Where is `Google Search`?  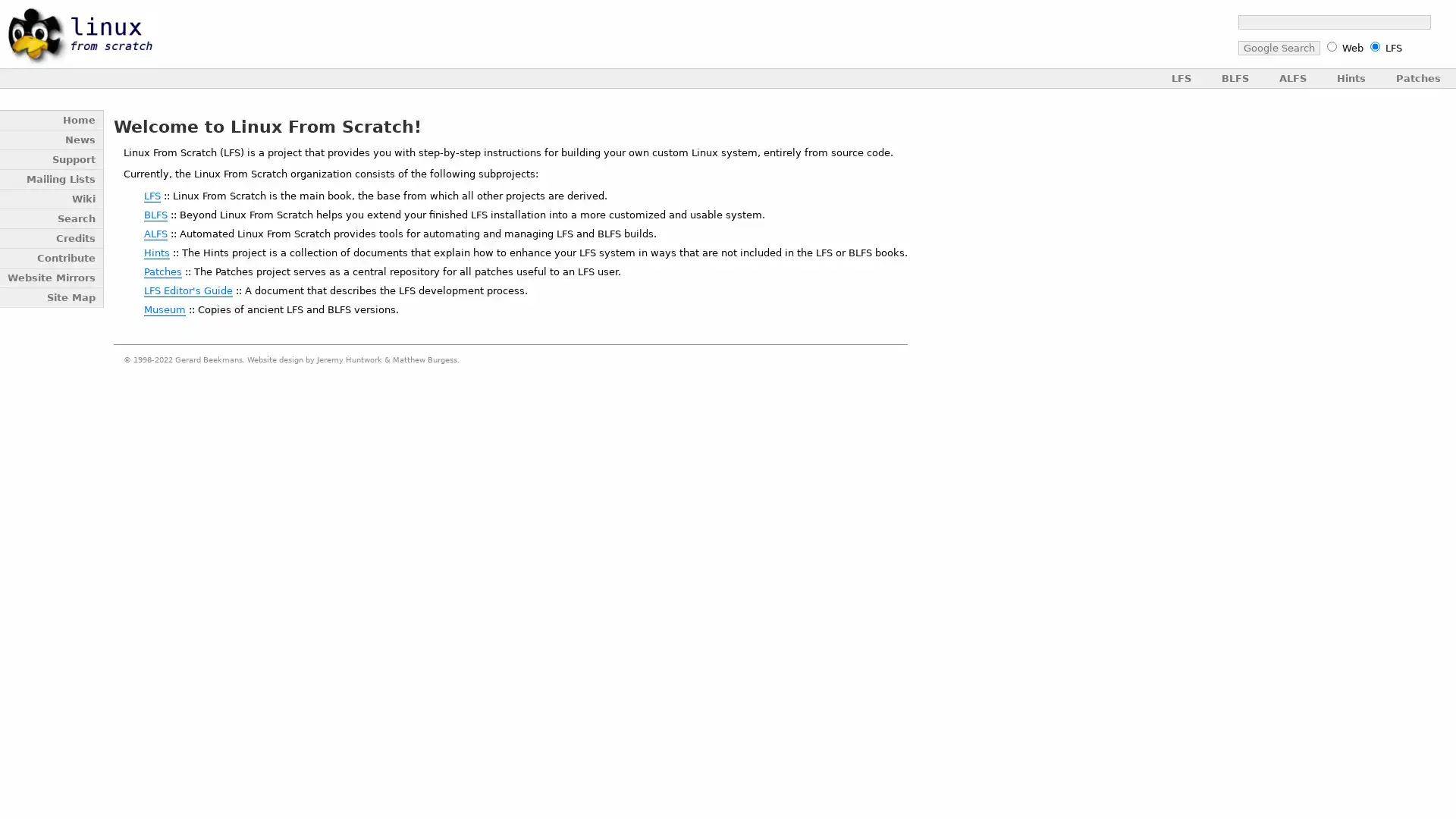
Google Search is located at coordinates (1277, 47).